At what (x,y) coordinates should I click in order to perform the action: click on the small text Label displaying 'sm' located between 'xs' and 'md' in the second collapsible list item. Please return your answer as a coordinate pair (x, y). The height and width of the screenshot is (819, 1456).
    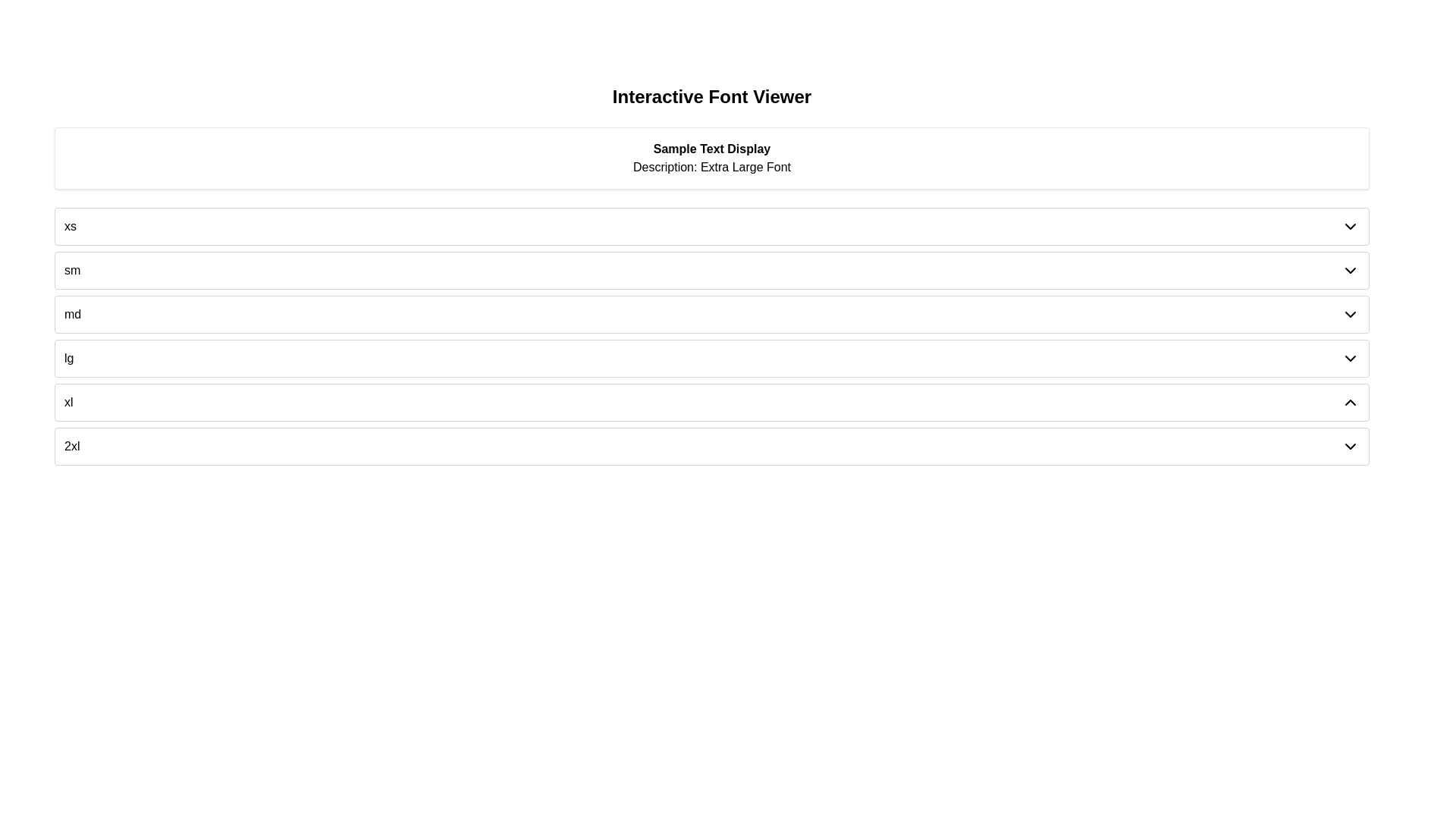
    Looking at the image, I should click on (71, 270).